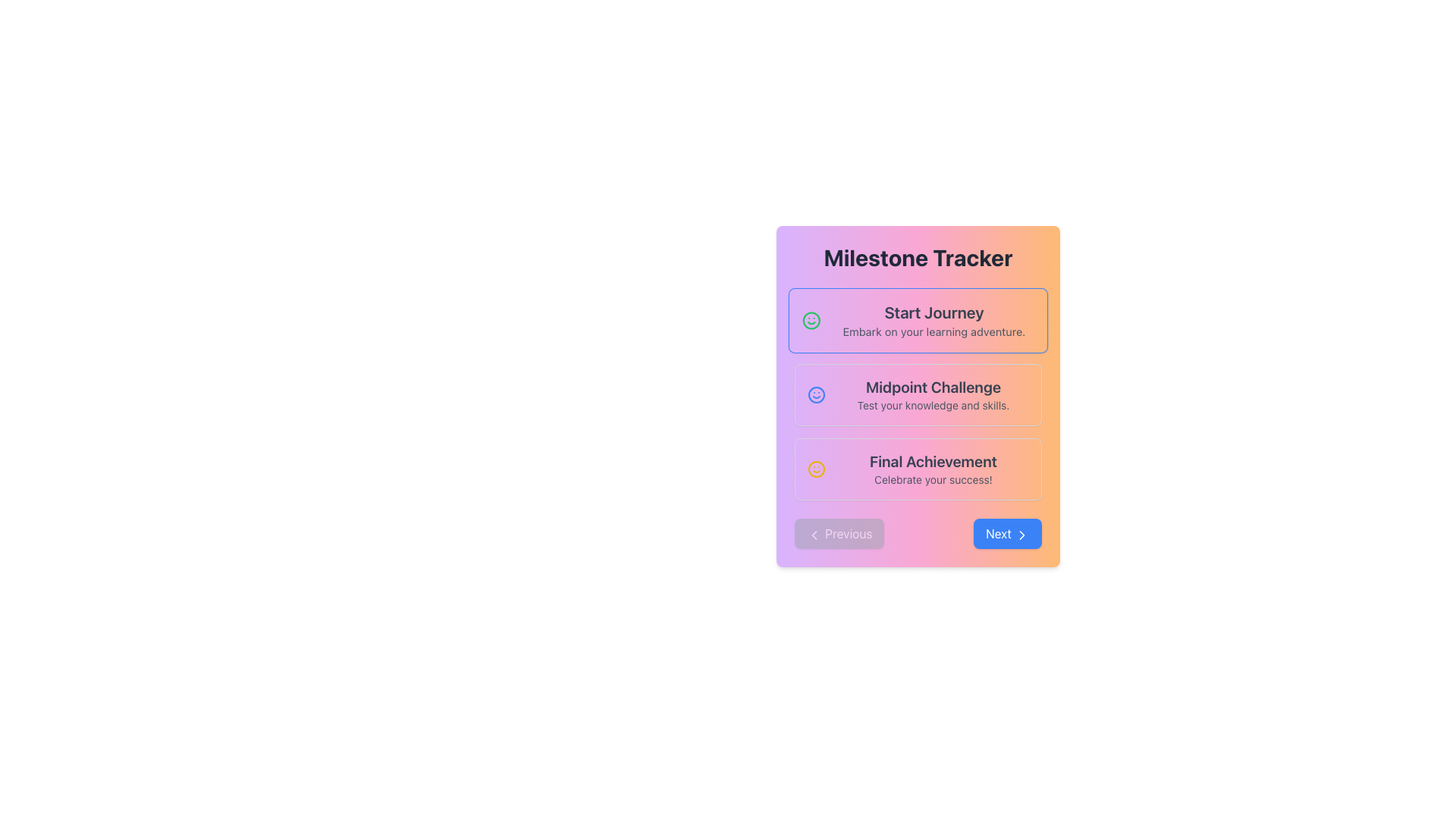 This screenshot has width=1456, height=819. Describe the element at coordinates (932, 468) in the screenshot. I see `the third informational card titled 'Final Achievement' that contains the subtitle 'Celebrate your success!' in the Milestone Tracker section` at that location.